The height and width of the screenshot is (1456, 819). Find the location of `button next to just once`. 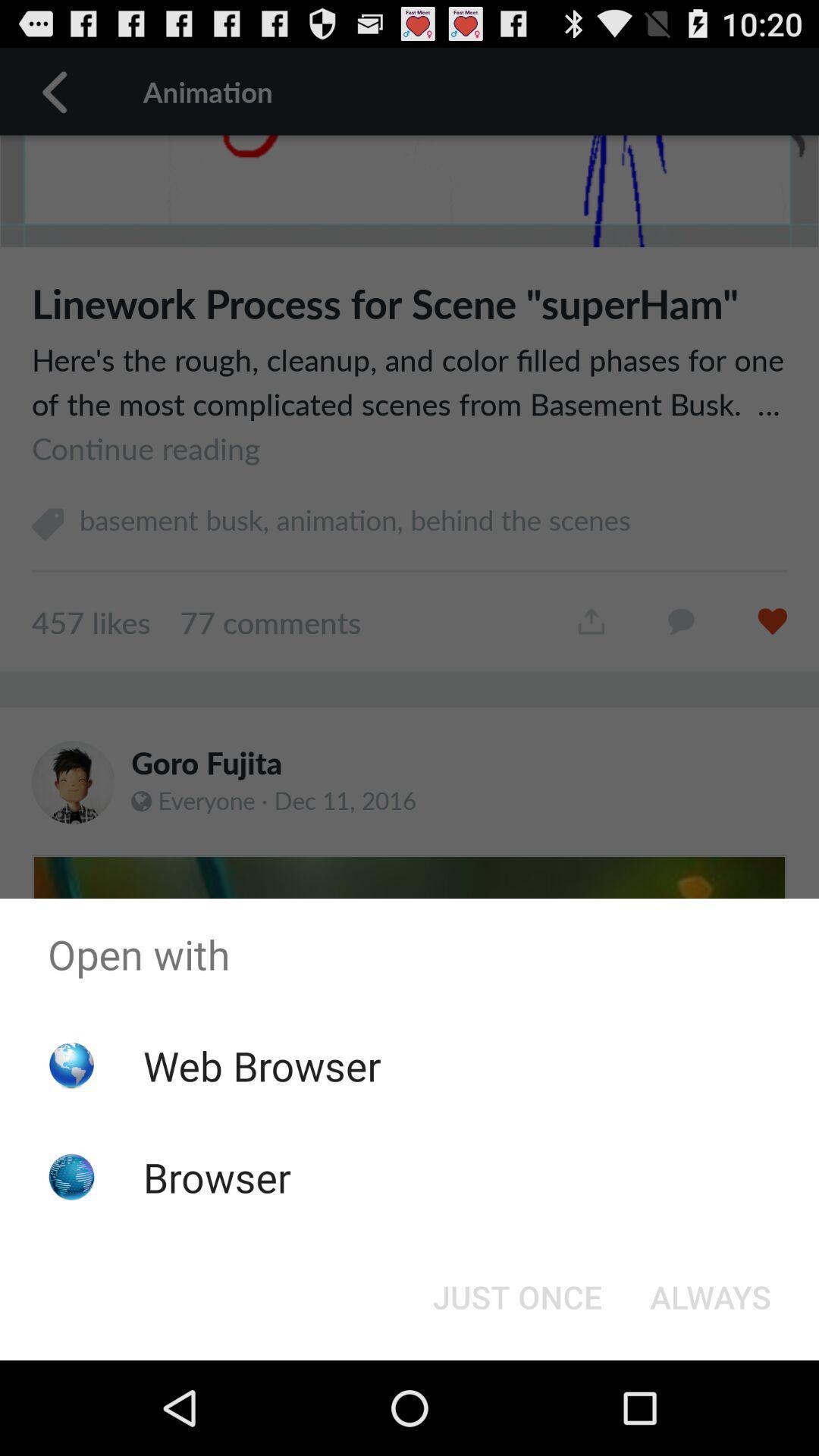

button next to just once is located at coordinates (711, 1295).